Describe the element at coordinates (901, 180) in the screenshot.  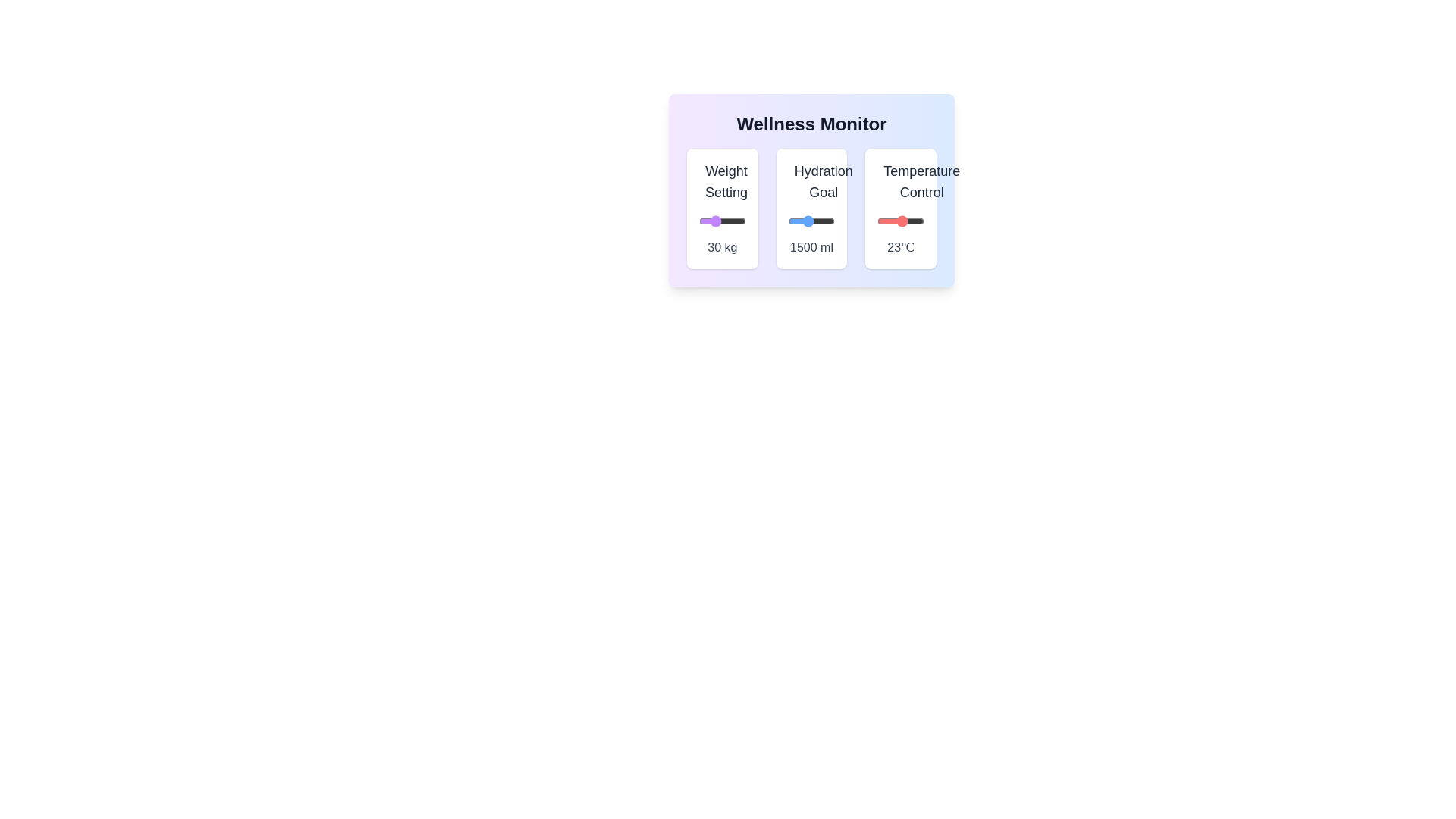
I see `the 'Temperature Control' text label, which is a medium-sized dark gray label located at the top of its section, surrounded by a white background and rounded corners` at that location.